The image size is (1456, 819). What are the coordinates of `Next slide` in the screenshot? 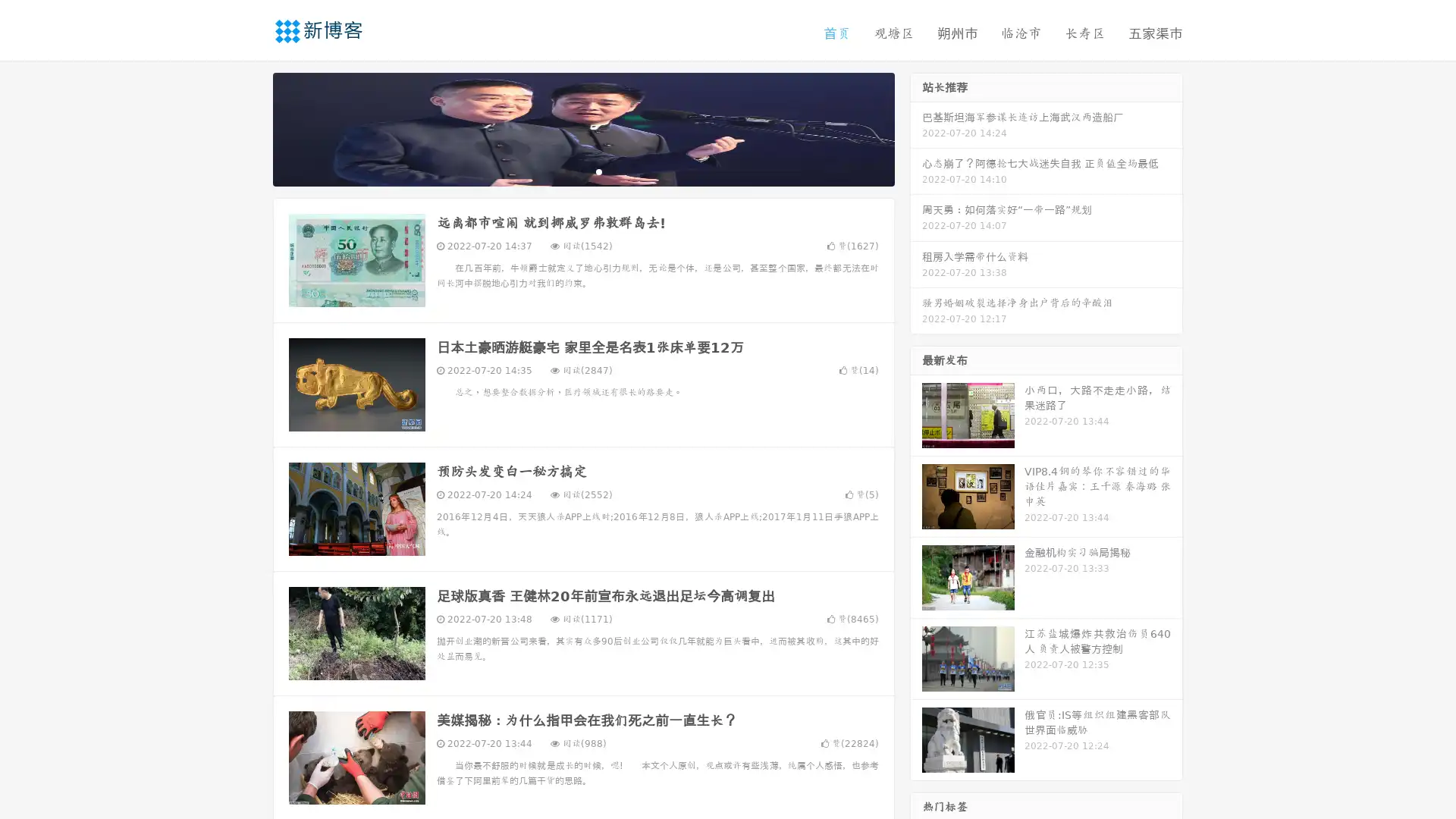 It's located at (916, 127).